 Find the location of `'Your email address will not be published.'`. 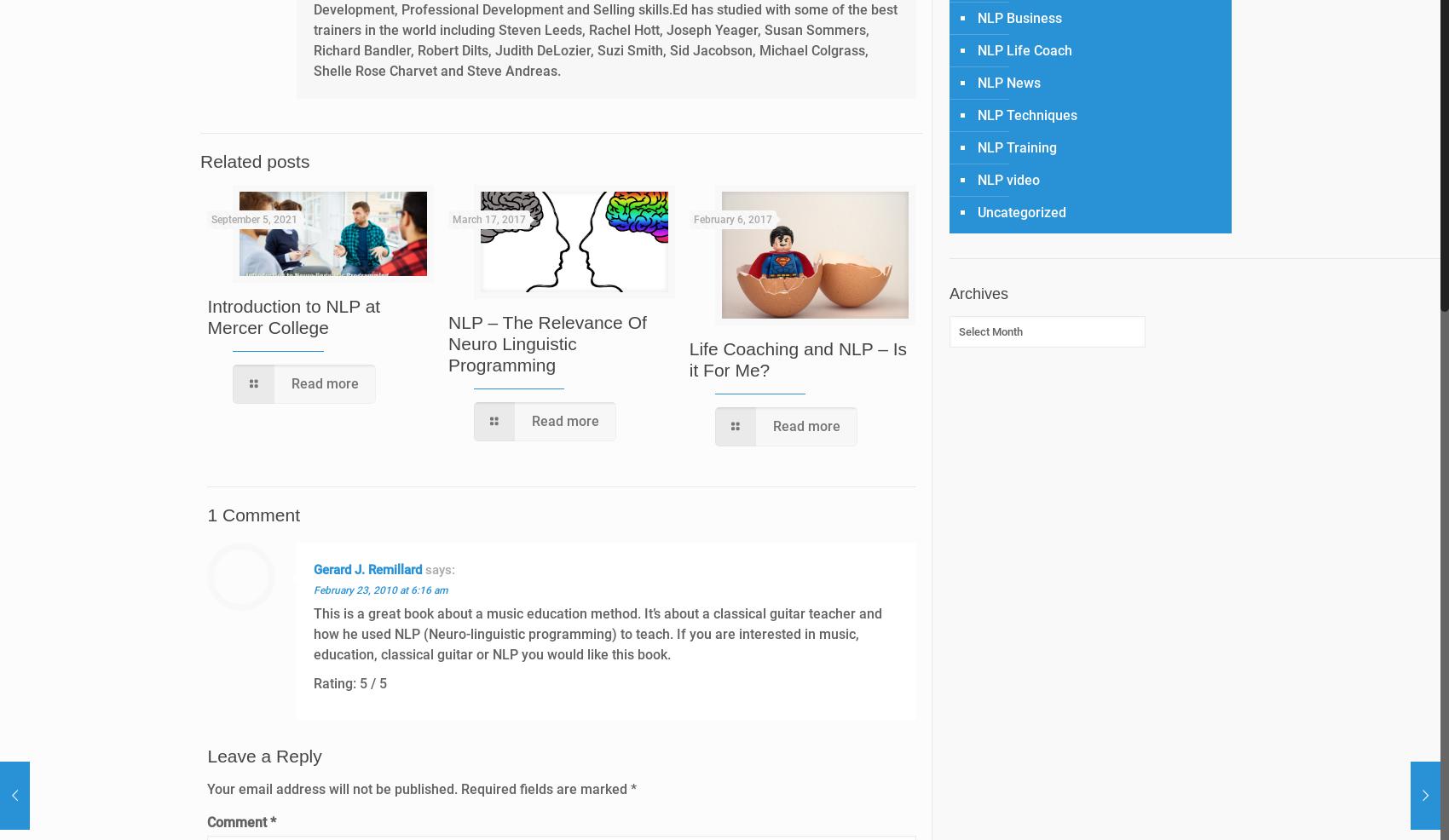

'Your email address will not be published.' is located at coordinates (206, 789).